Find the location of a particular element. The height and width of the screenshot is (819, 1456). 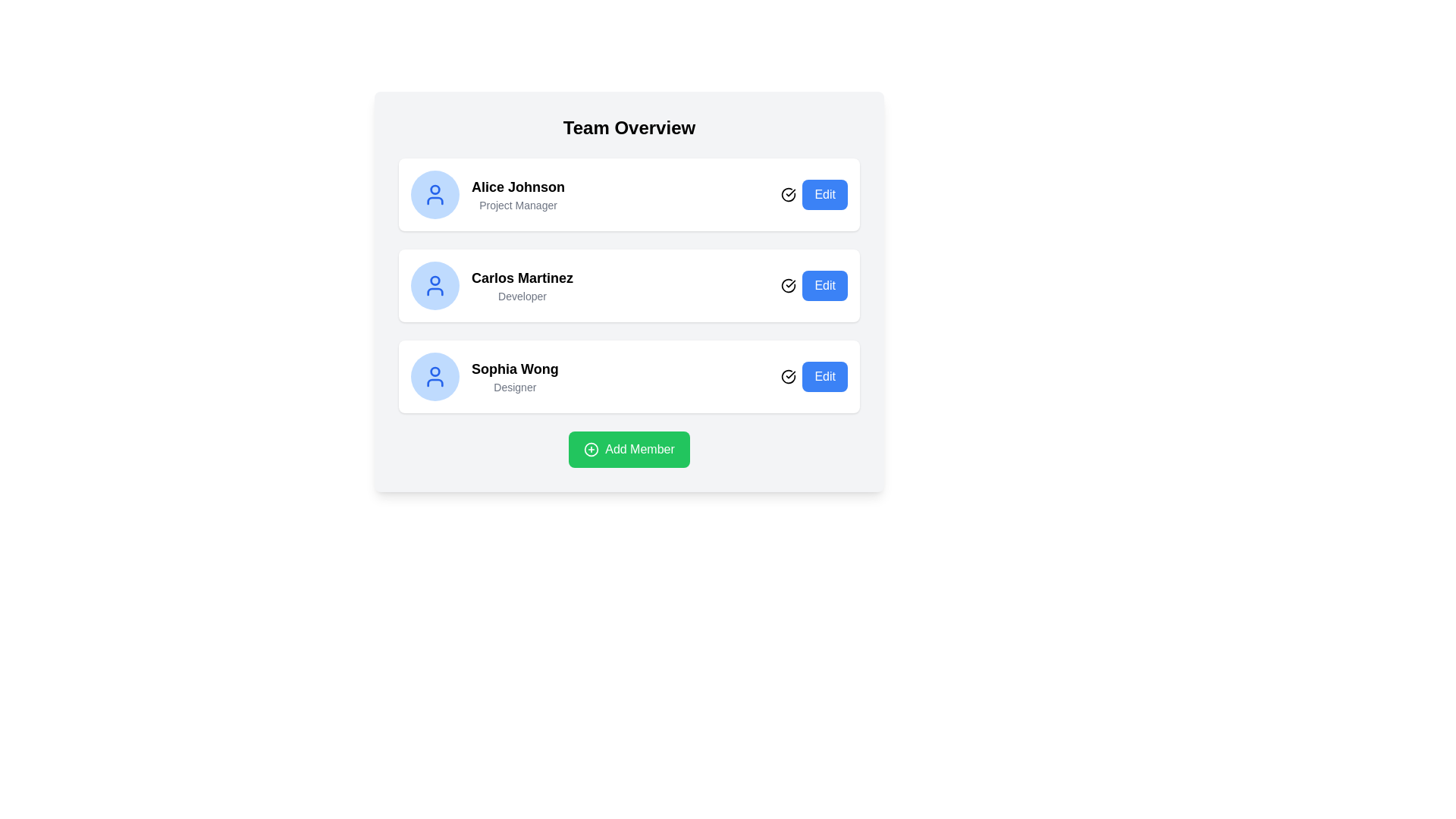

the user icon styled in blue within the light-blue circular background, representing Alice Johnson, Project Manager, located on the first card in the list is located at coordinates (435, 194).